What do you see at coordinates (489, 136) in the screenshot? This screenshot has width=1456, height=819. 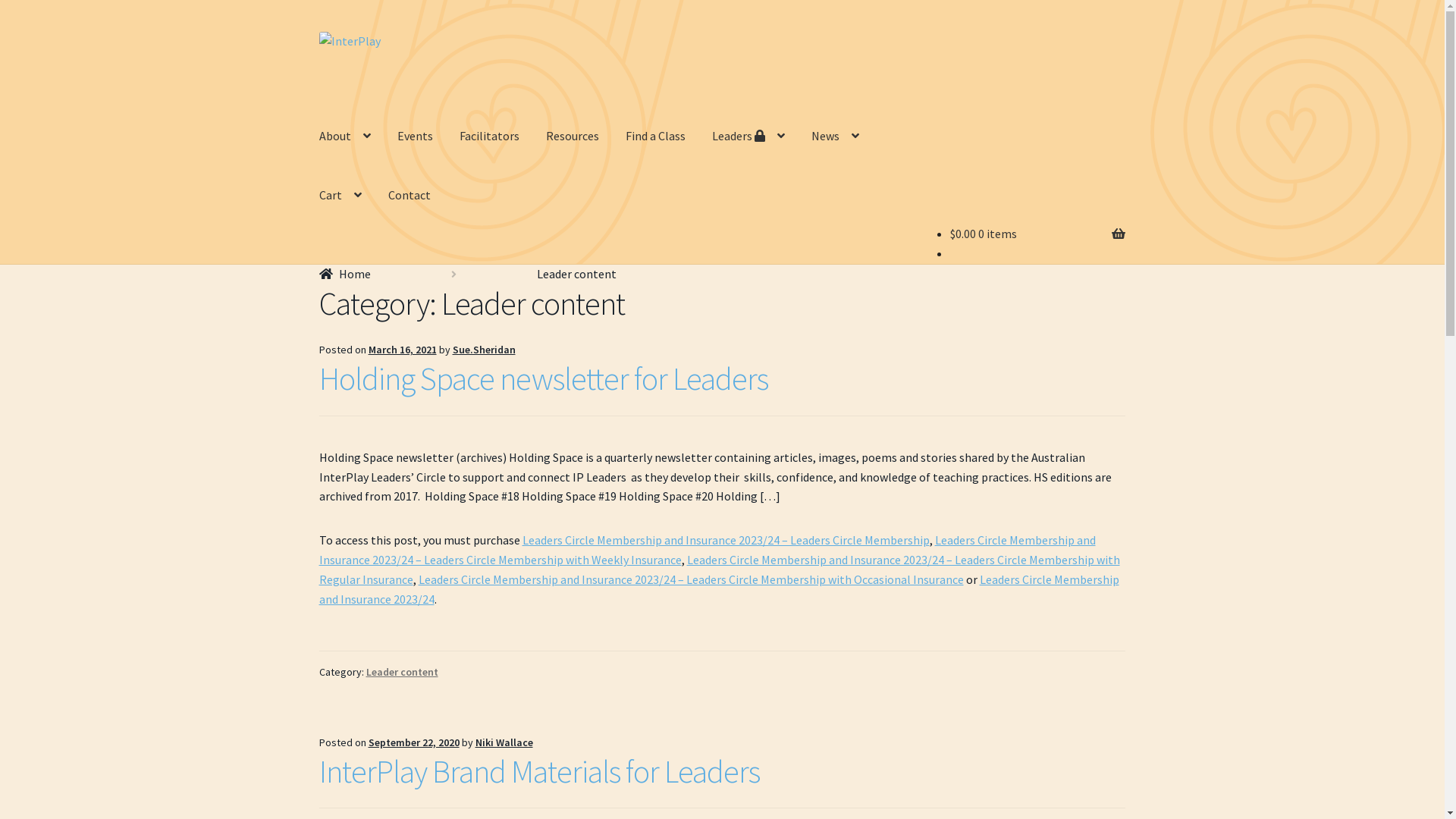 I see `'Facilitators'` at bounding box center [489, 136].